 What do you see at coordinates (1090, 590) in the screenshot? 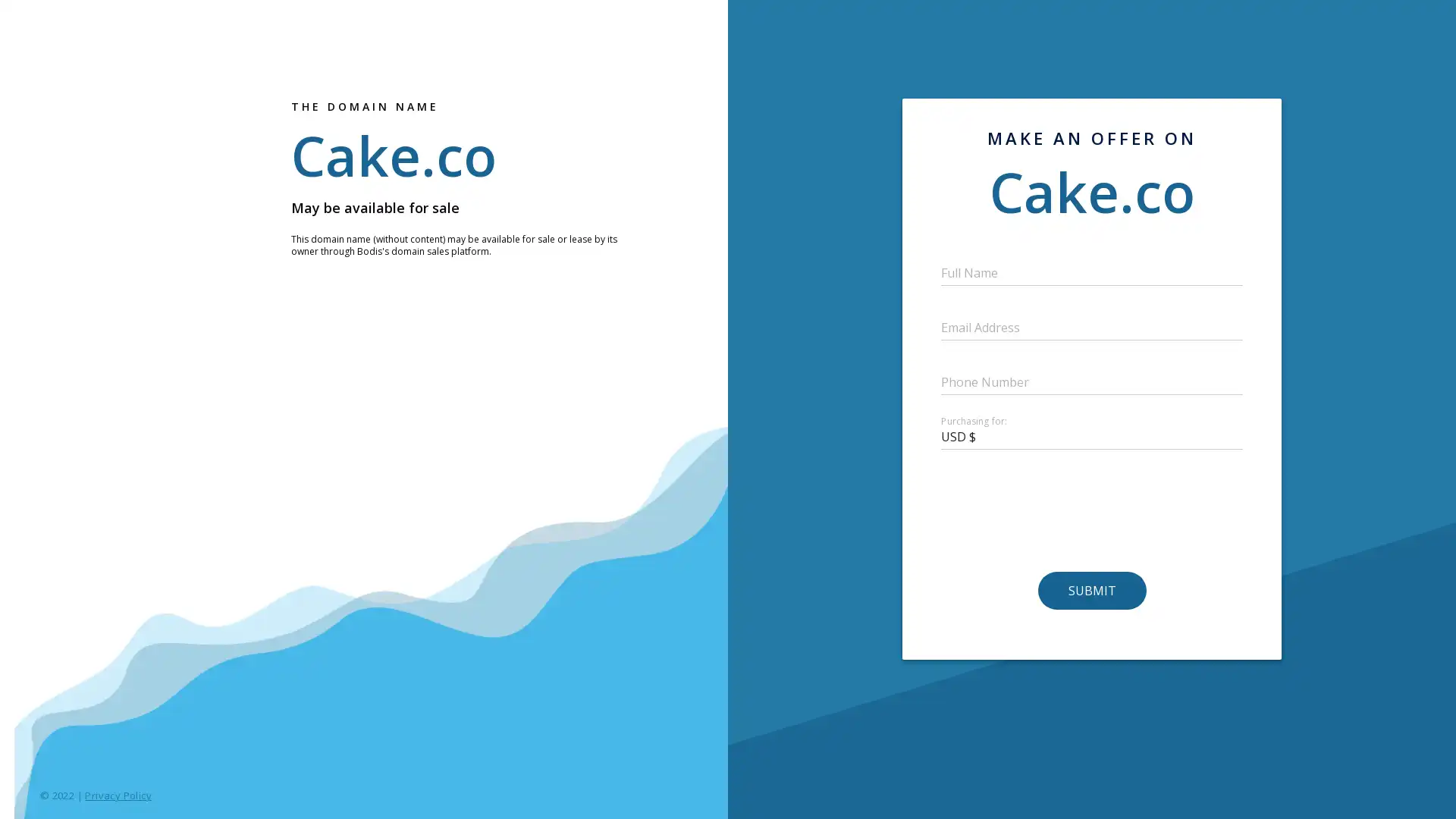
I see `SUBMIT` at bounding box center [1090, 590].